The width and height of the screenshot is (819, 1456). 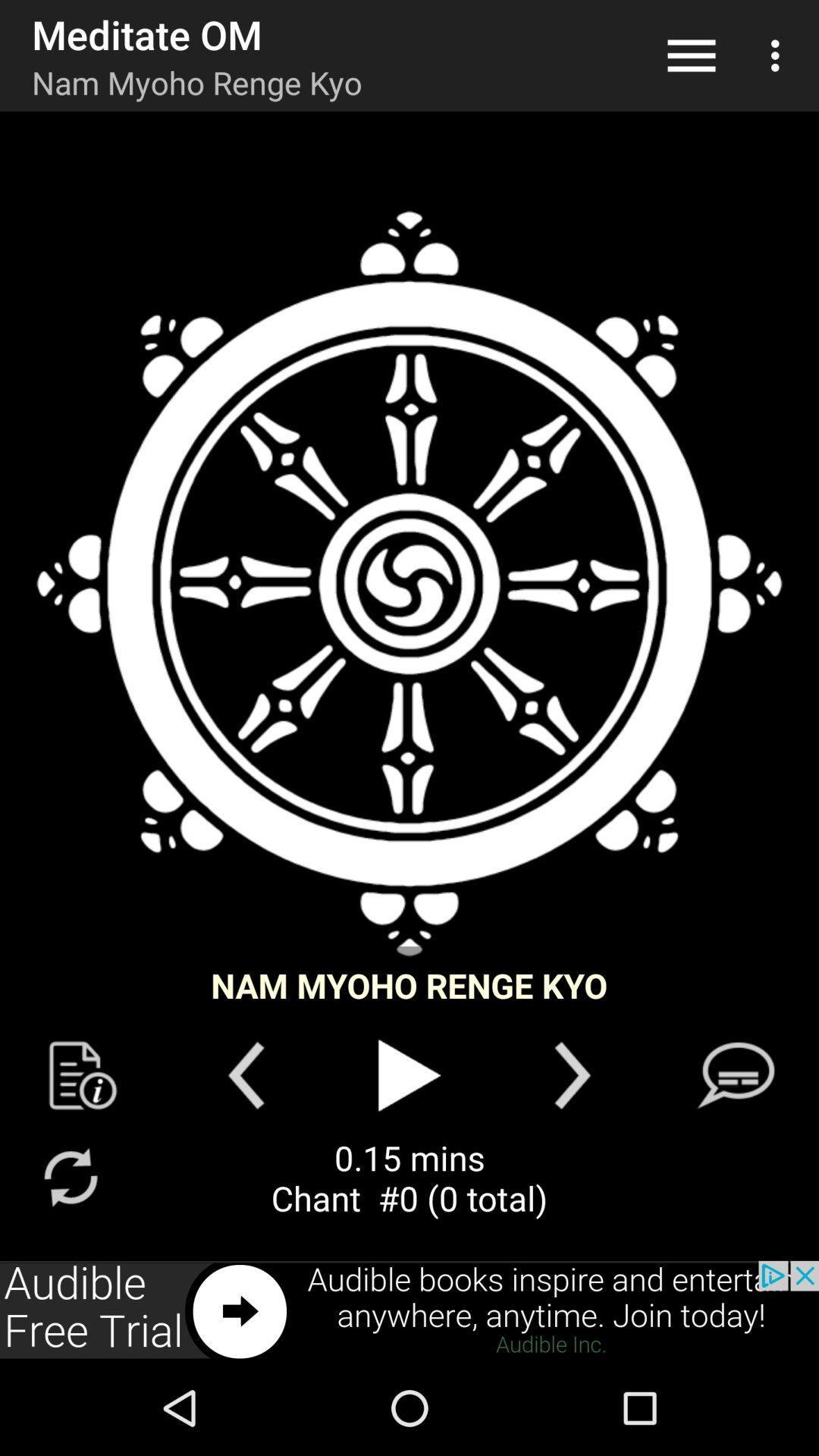 What do you see at coordinates (83, 1075) in the screenshot?
I see `show information about the active chant` at bounding box center [83, 1075].